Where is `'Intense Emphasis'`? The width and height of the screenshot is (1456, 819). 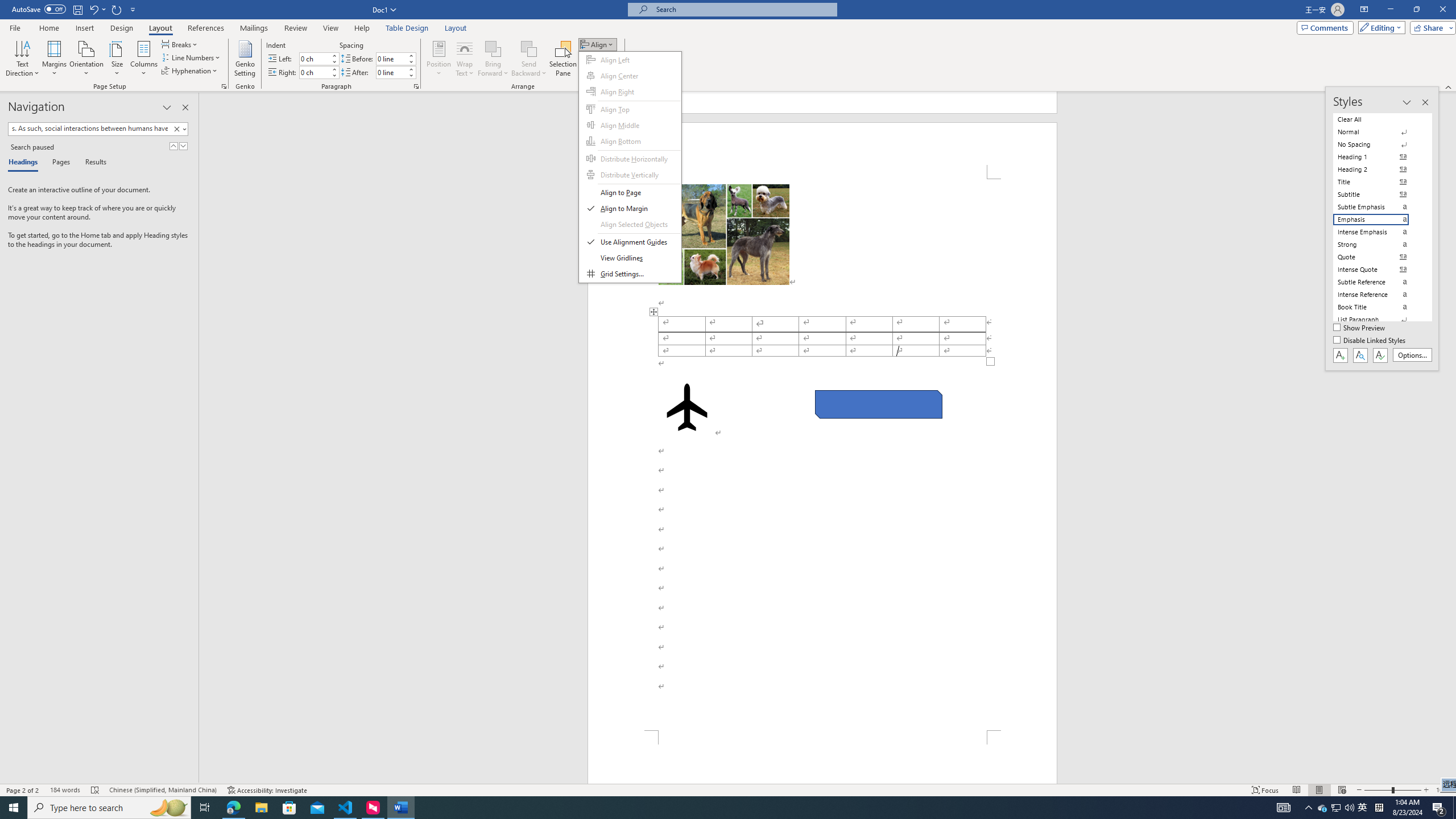 'Intense Emphasis' is located at coordinates (1378, 231).